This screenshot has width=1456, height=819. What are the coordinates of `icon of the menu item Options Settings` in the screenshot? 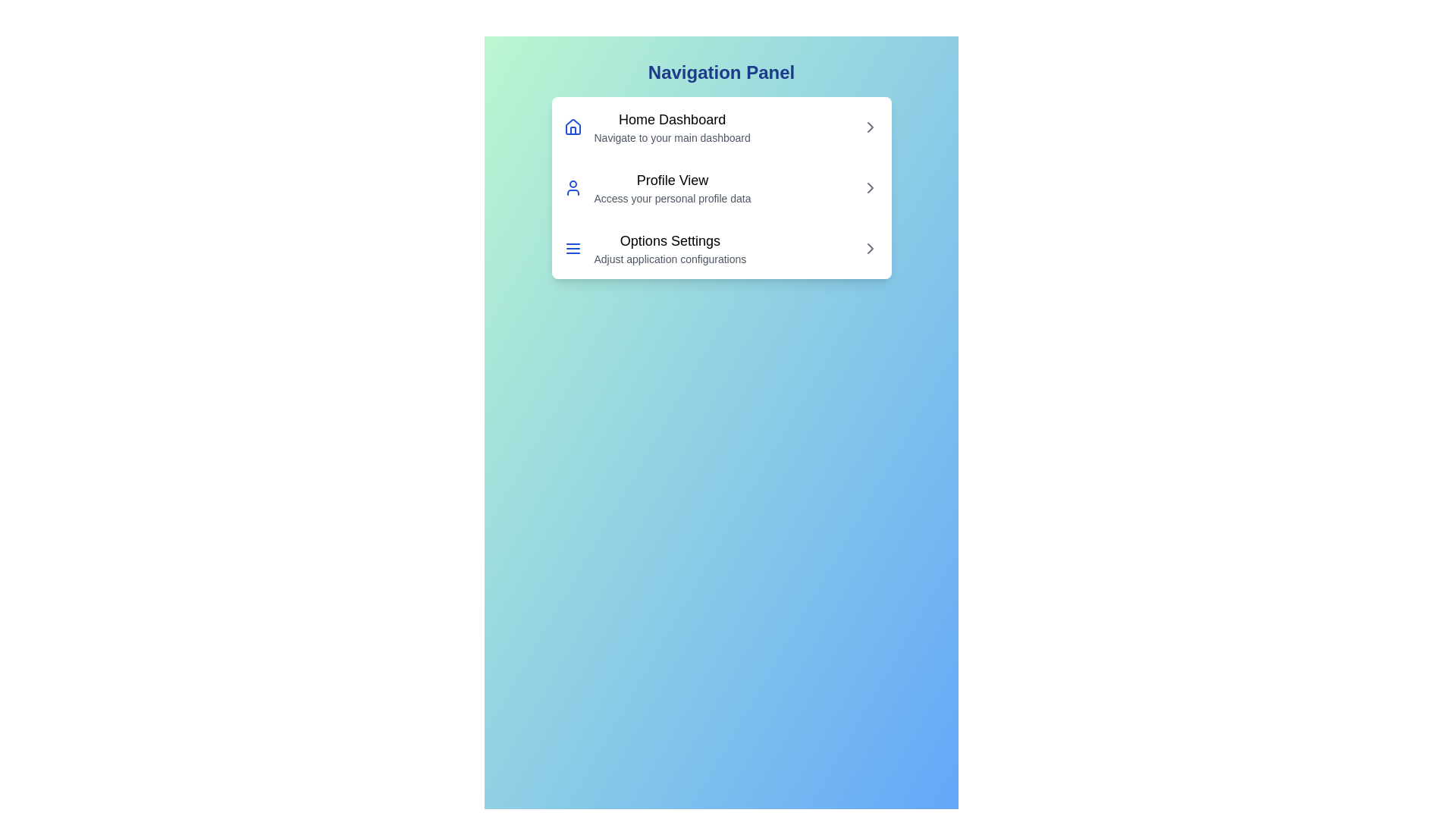 It's located at (572, 247).